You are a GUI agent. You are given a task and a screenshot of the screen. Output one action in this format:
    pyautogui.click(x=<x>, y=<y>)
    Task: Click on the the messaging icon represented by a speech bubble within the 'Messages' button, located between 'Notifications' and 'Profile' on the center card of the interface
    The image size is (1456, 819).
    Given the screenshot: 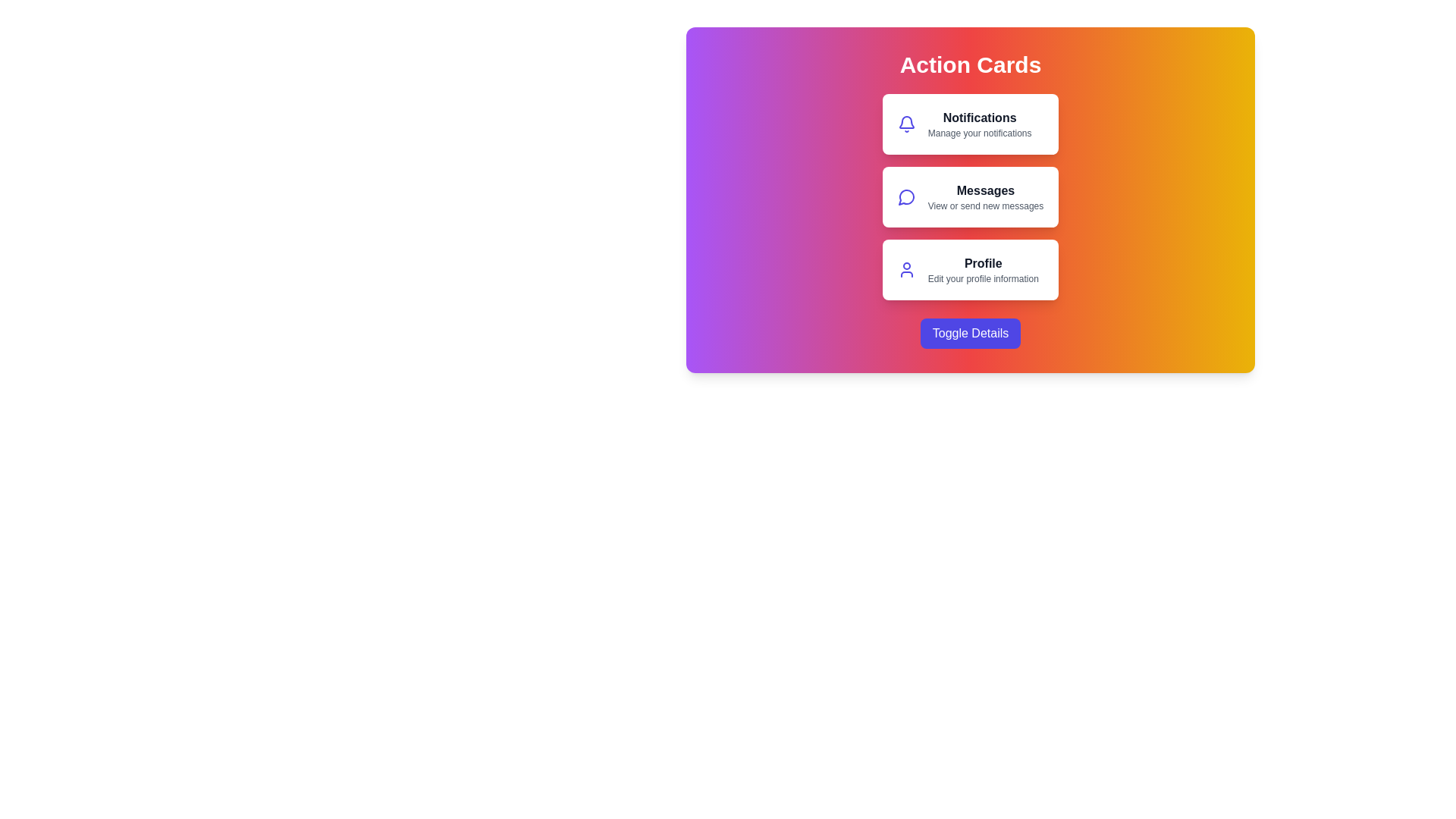 What is the action you would take?
    pyautogui.click(x=906, y=196)
    